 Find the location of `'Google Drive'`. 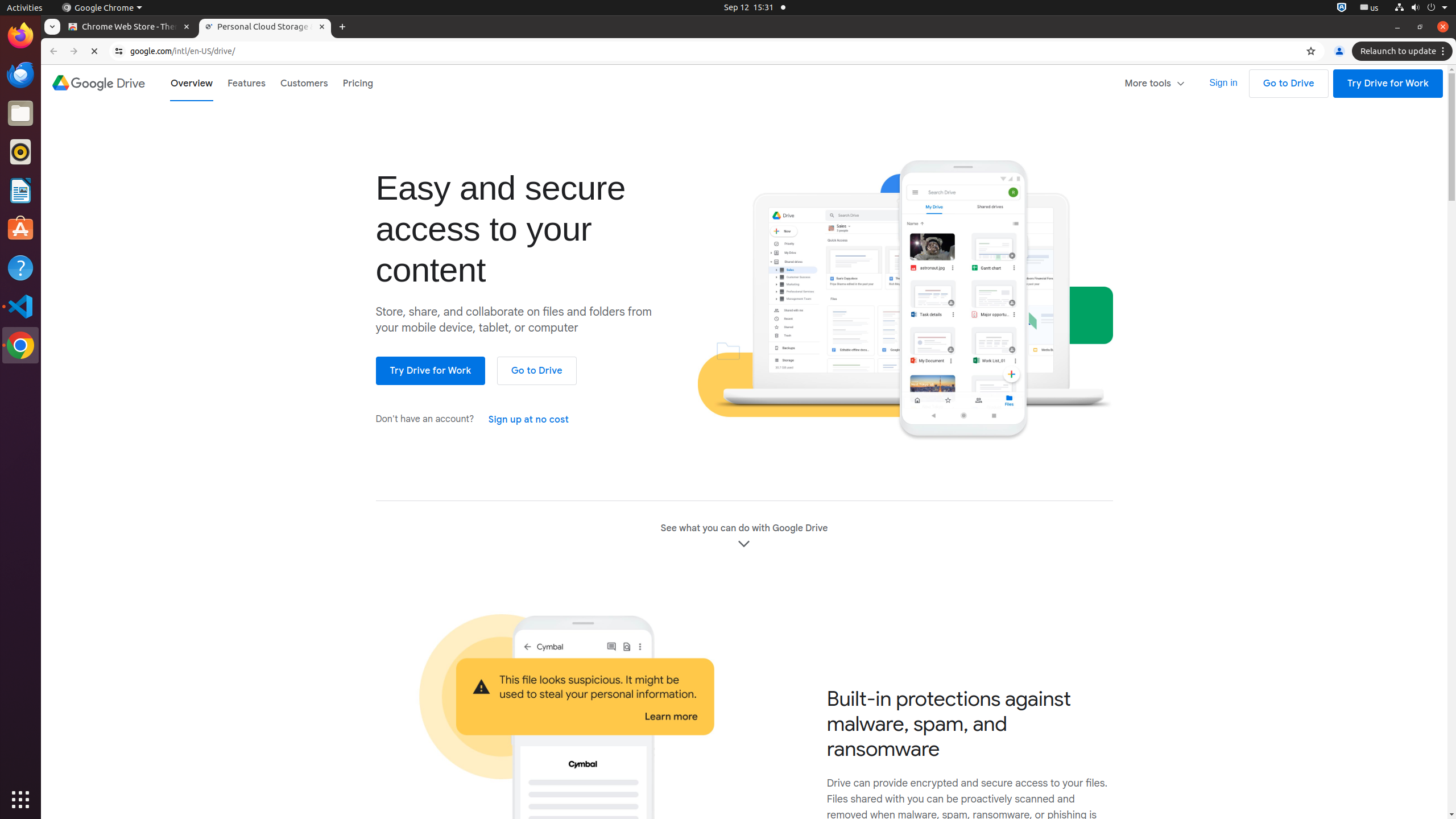

'Google Drive' is located at coordinates (97, 82).